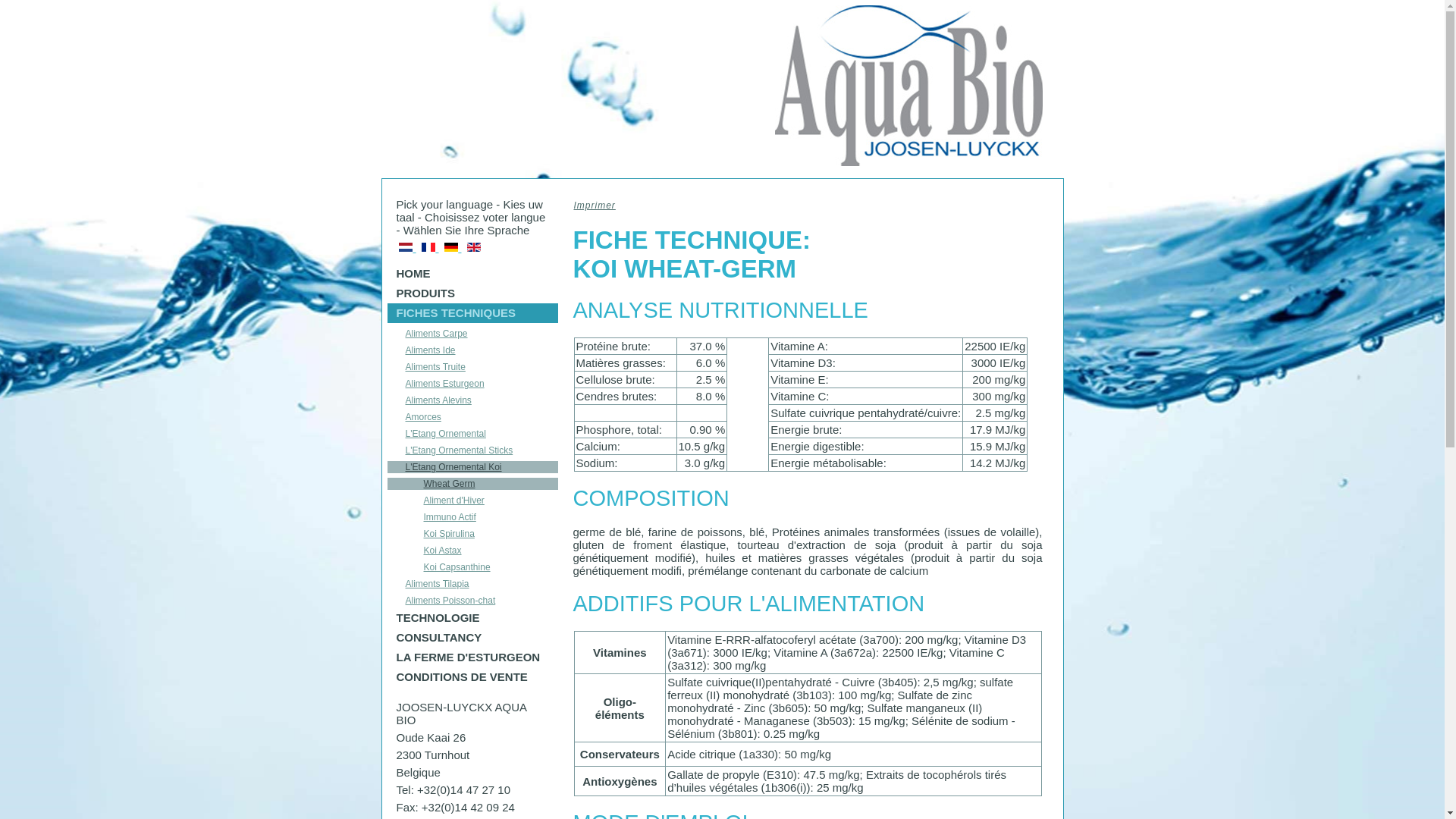 The width and height of the screenshot is (1456, 819). I want to click on 'CONSULTANCY', so click(471, 637).